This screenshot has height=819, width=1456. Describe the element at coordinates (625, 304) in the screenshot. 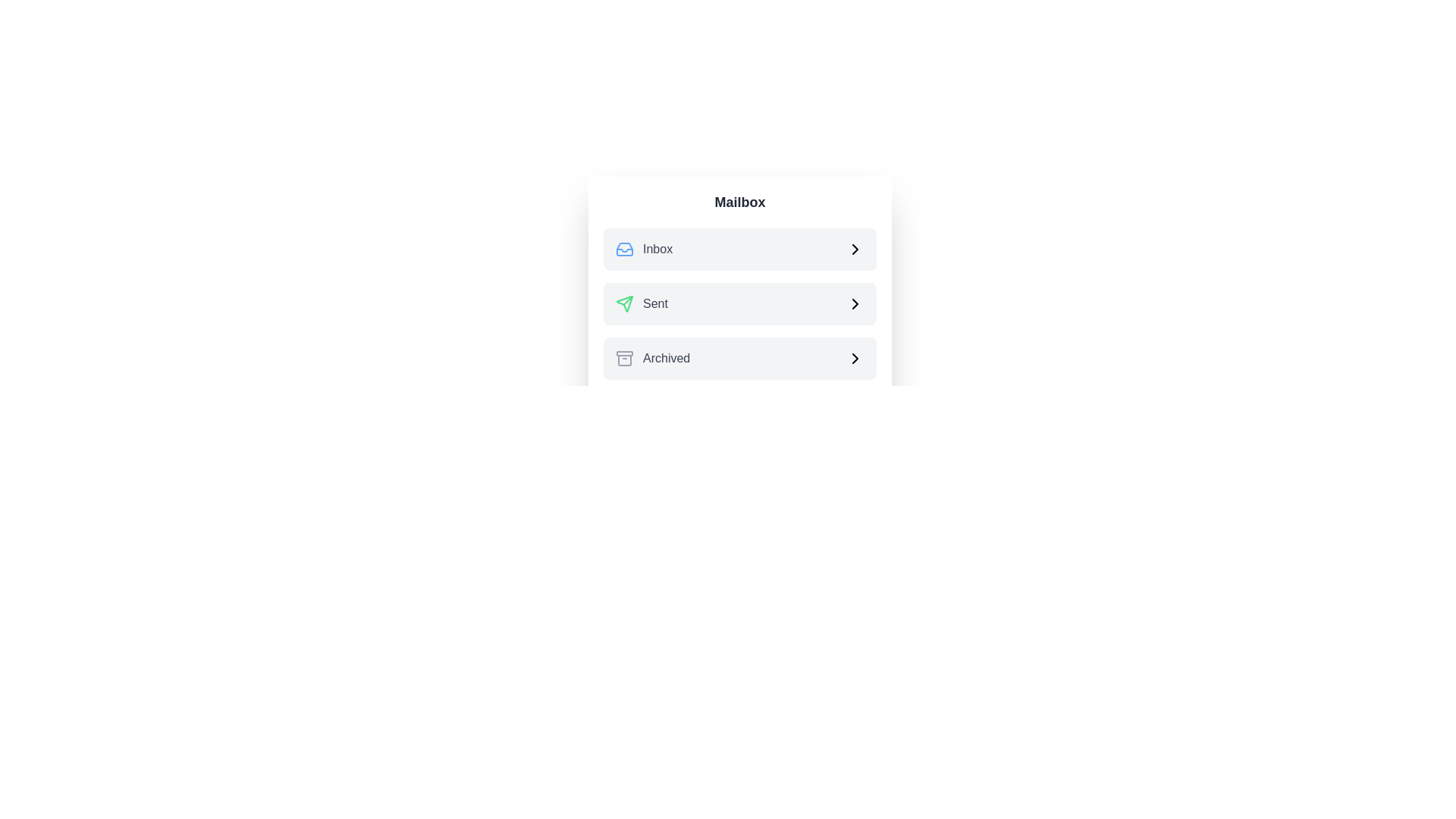

I see `the 'Sent' icon located to the left of the 'Sent' text in the second row of the mailbox entries` at that location.